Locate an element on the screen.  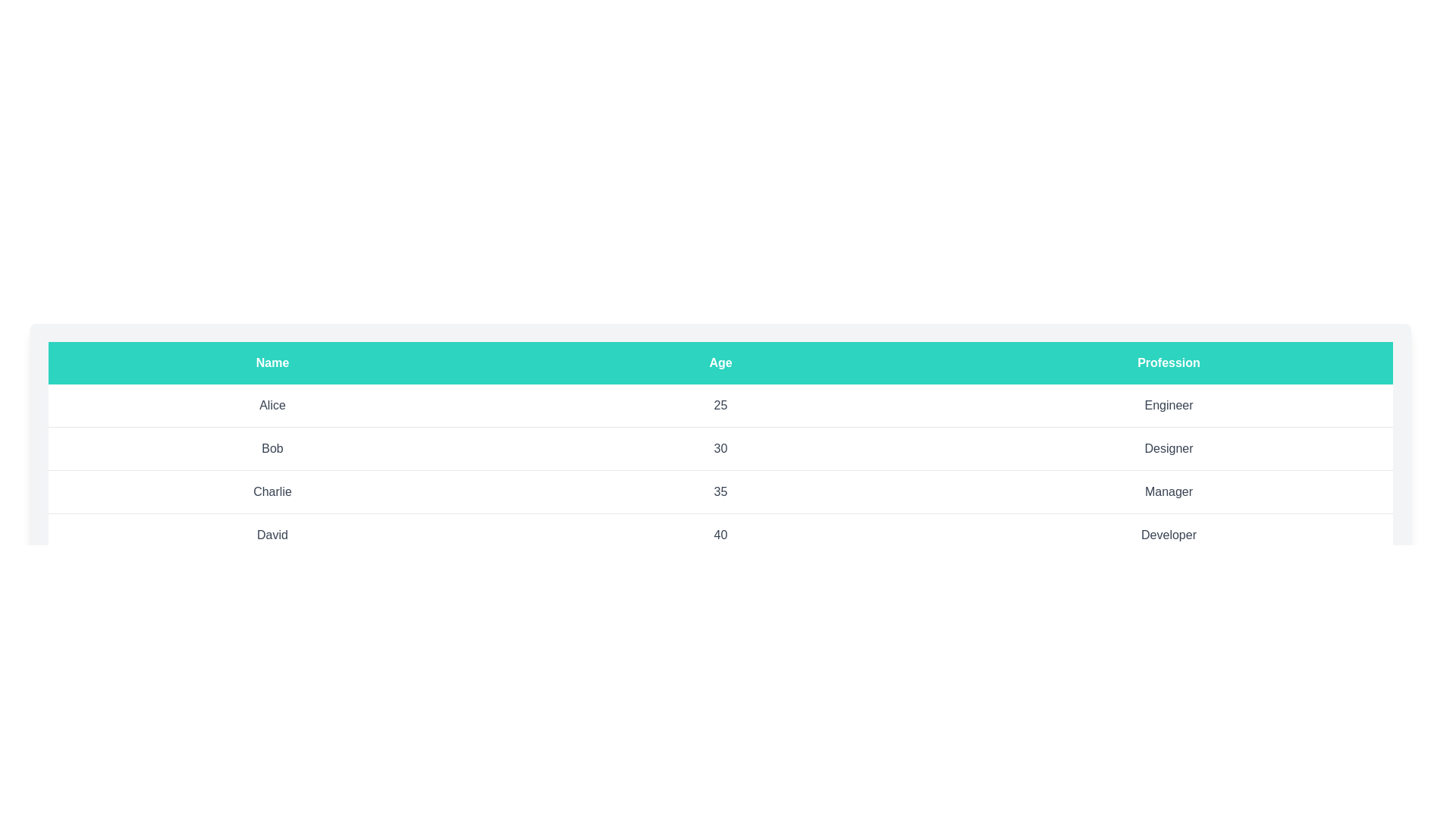
the text display component in the first row of the table that shows user information, specifically displaying 'Alice25Engineer', for potential details is located at coordinates (720, 405).